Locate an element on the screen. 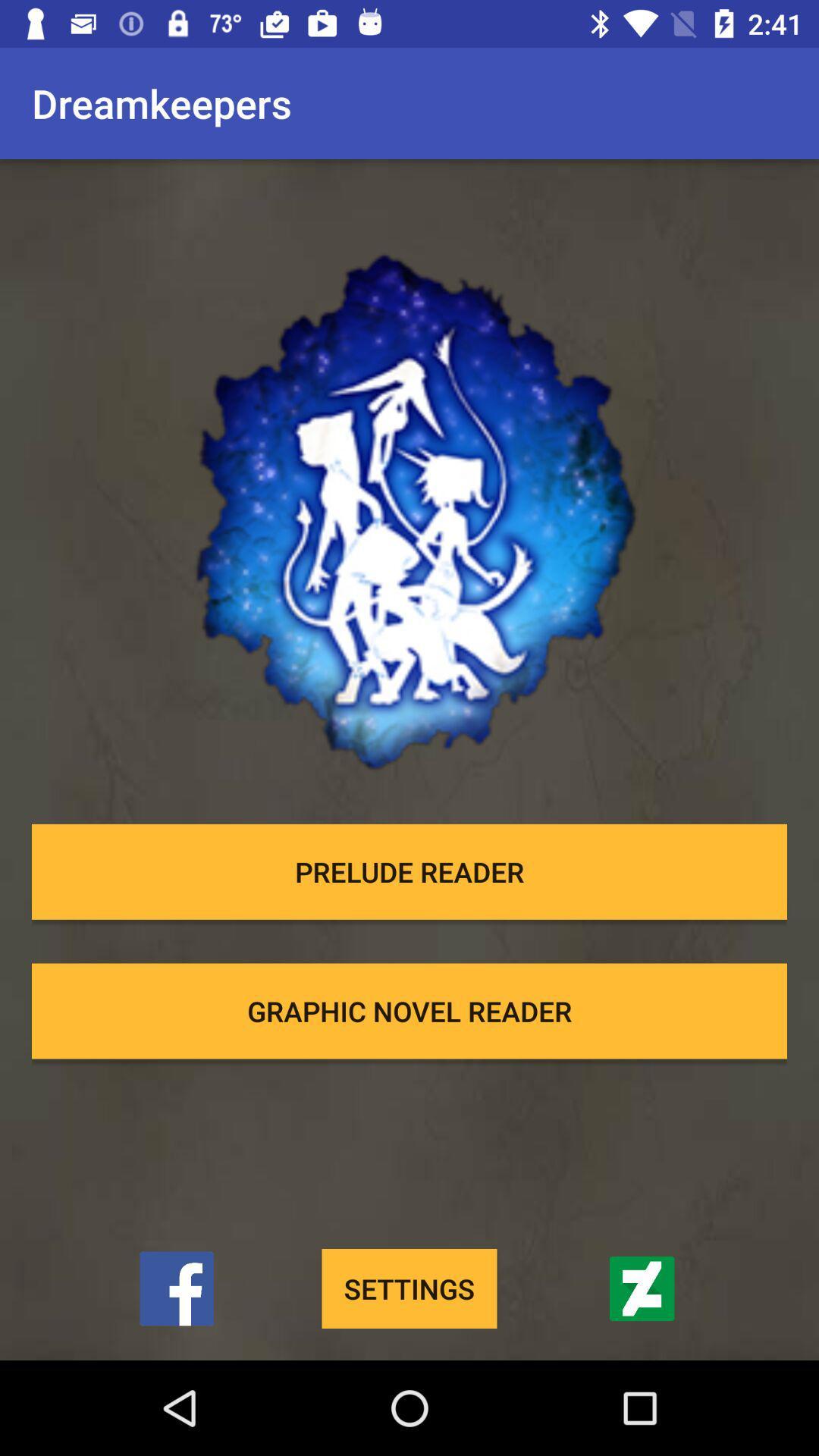  item above the prelude reader item is located at coordinates (409, 489).